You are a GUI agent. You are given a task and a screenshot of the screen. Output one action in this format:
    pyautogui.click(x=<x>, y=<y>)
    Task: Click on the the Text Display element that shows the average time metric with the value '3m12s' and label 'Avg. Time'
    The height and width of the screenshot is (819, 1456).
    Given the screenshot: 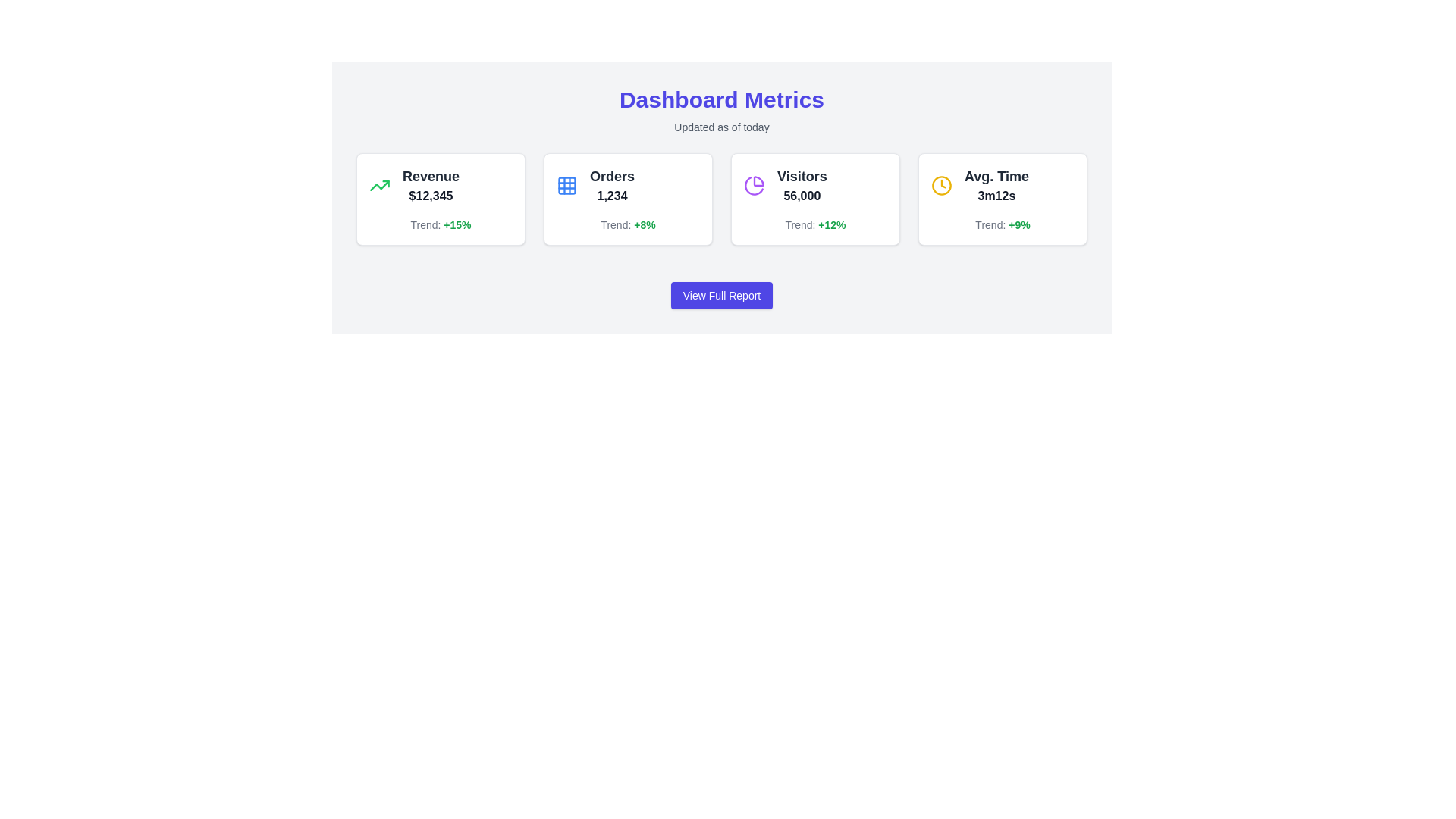 What is the action you would take?
    pyautogui.click(x=996, y=185)
    